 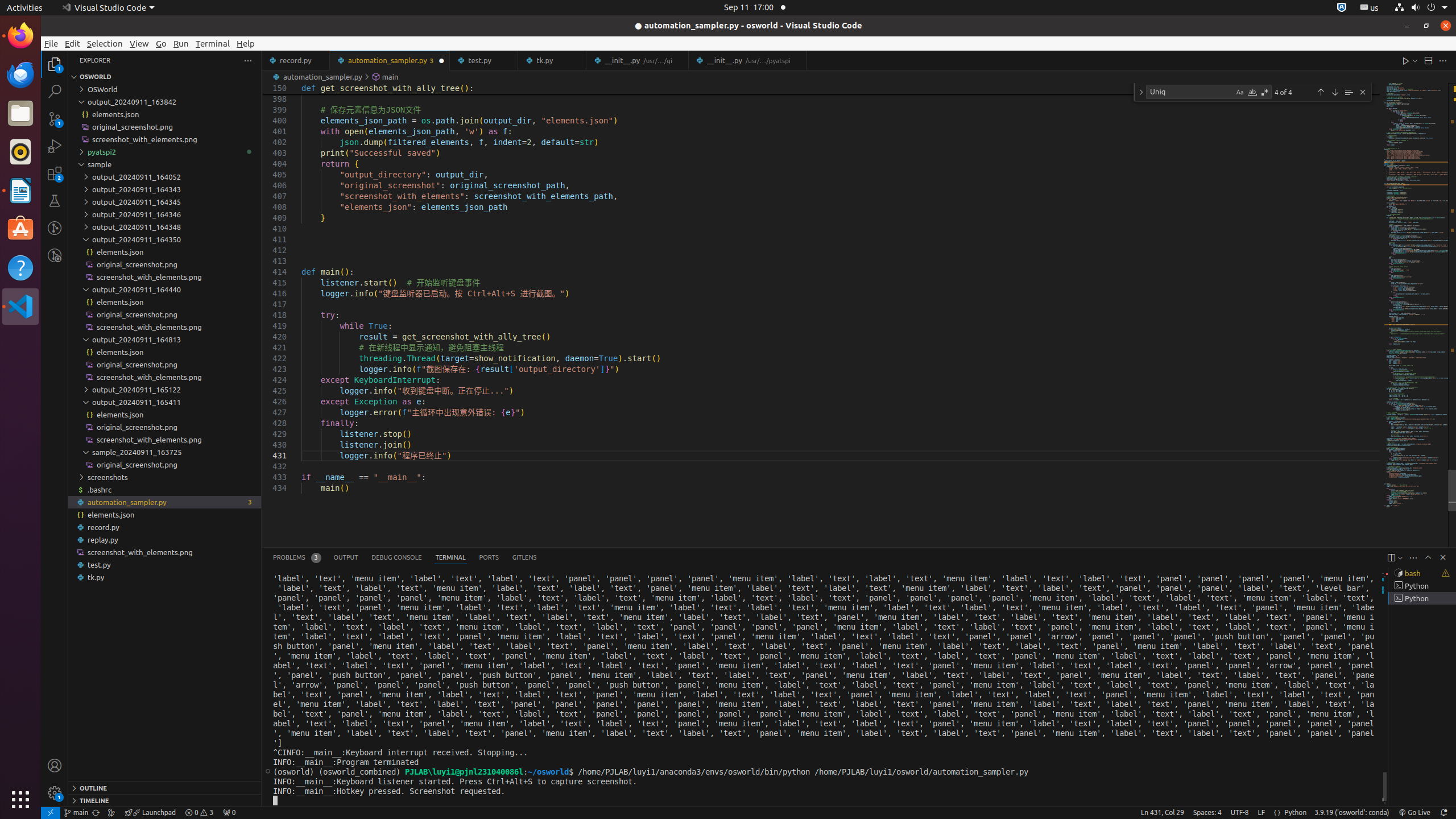 What do you see at coordinates (1319, 91) in the screenshot?
I see `'Previous Match (Shift+Enter)'` at bounding box center [1319, 91].